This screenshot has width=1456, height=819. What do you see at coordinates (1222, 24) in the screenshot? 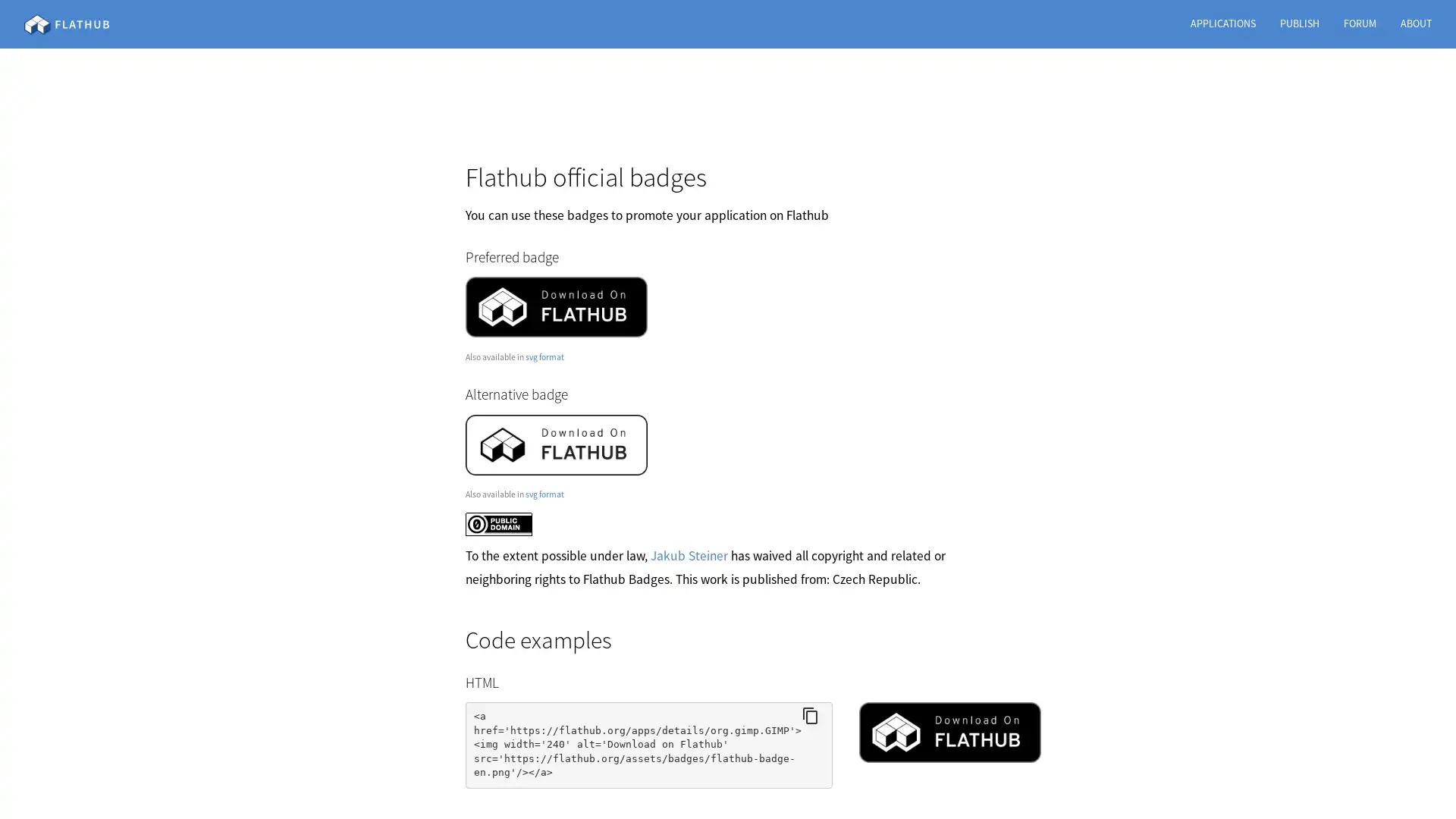
I see `APPLICATIONS` at bounding box center [1222, 24].